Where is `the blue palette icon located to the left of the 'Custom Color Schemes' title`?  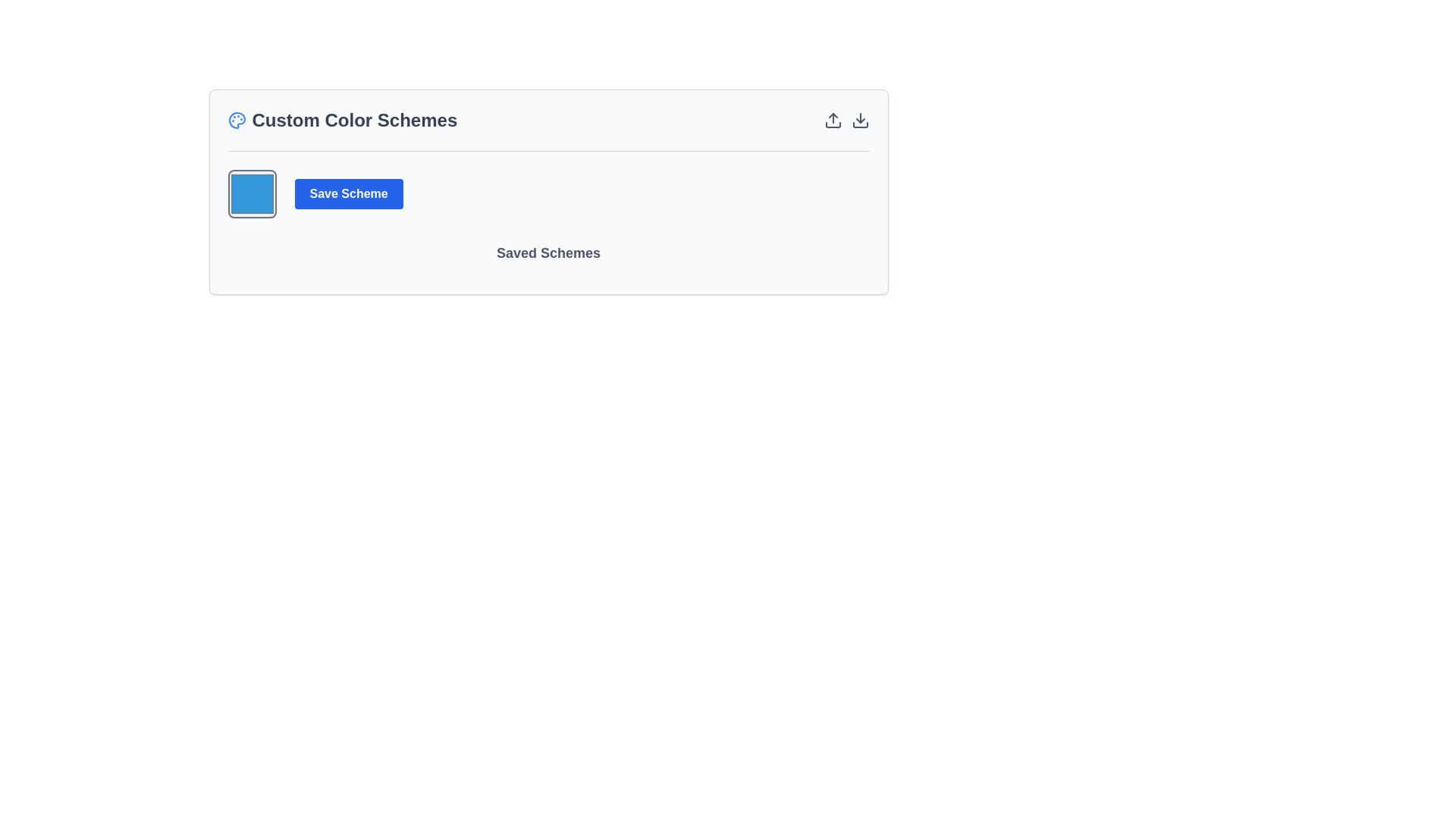 the blue palette icon located to the left of the 'Custom Color Schemes' title is located at coordinates (236, 119).